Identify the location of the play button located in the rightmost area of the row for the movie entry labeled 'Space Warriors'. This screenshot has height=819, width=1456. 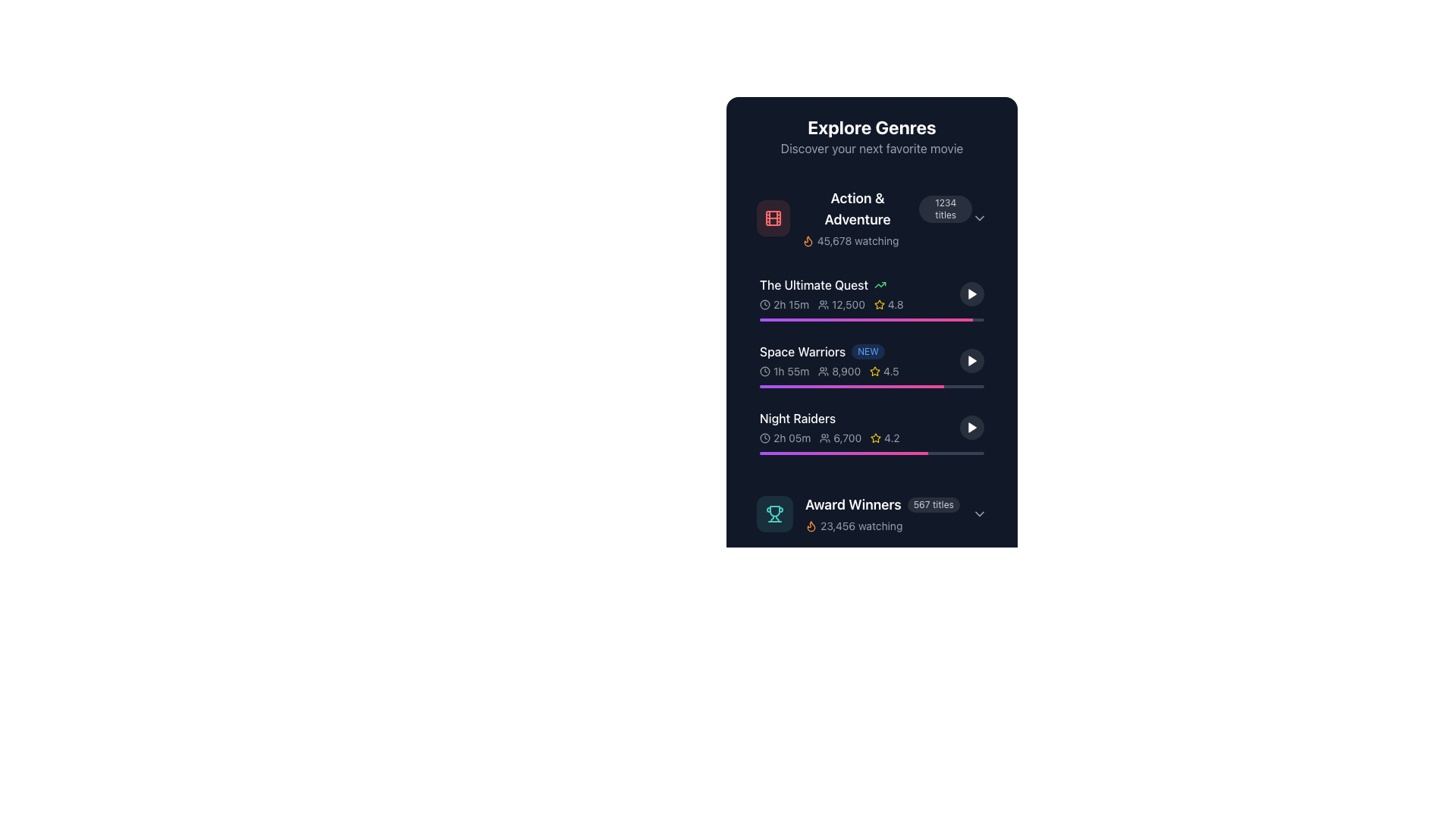
(972, 360).